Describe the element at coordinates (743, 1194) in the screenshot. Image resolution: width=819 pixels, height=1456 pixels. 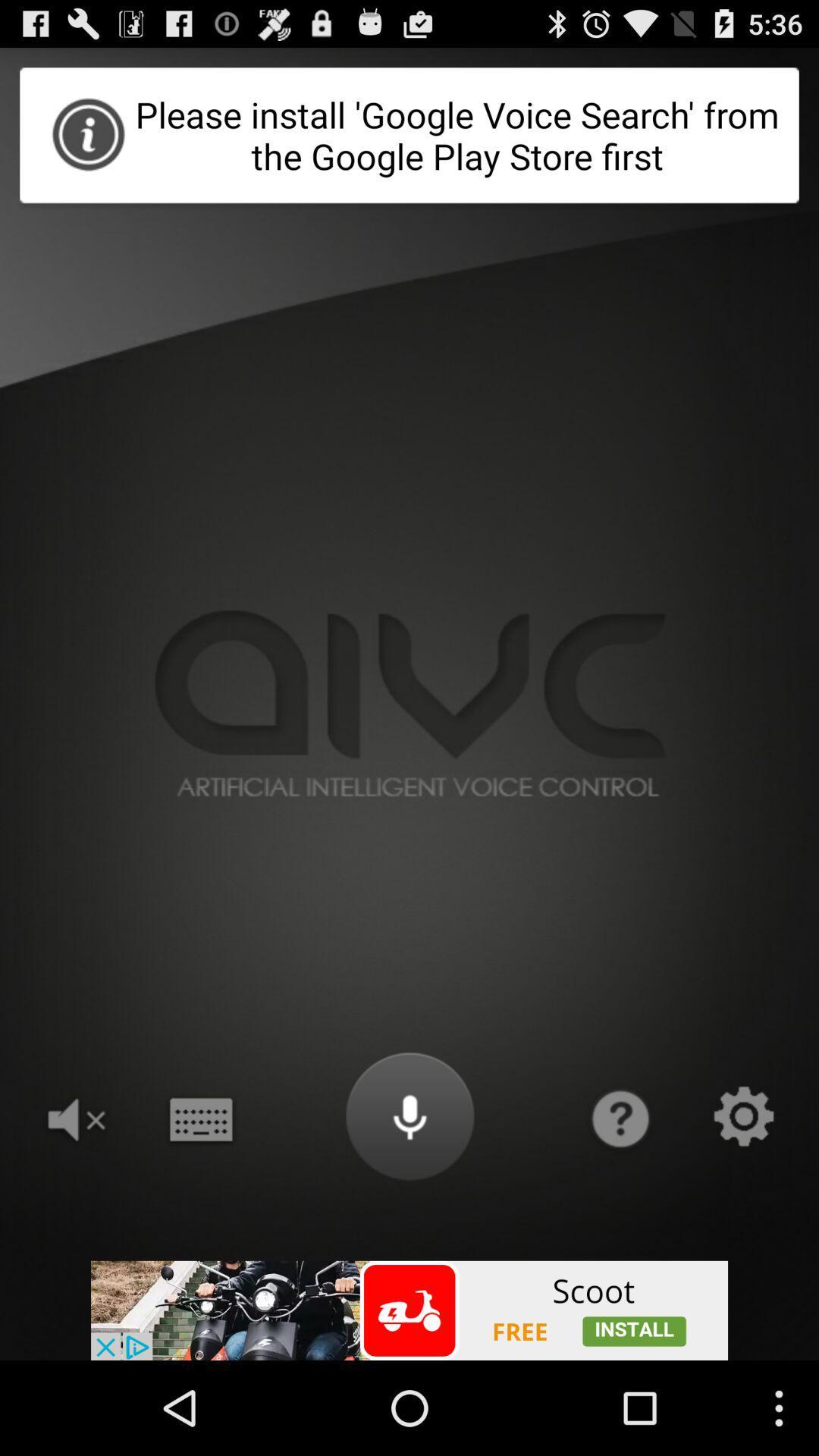
I see `the settings icon` at that location.